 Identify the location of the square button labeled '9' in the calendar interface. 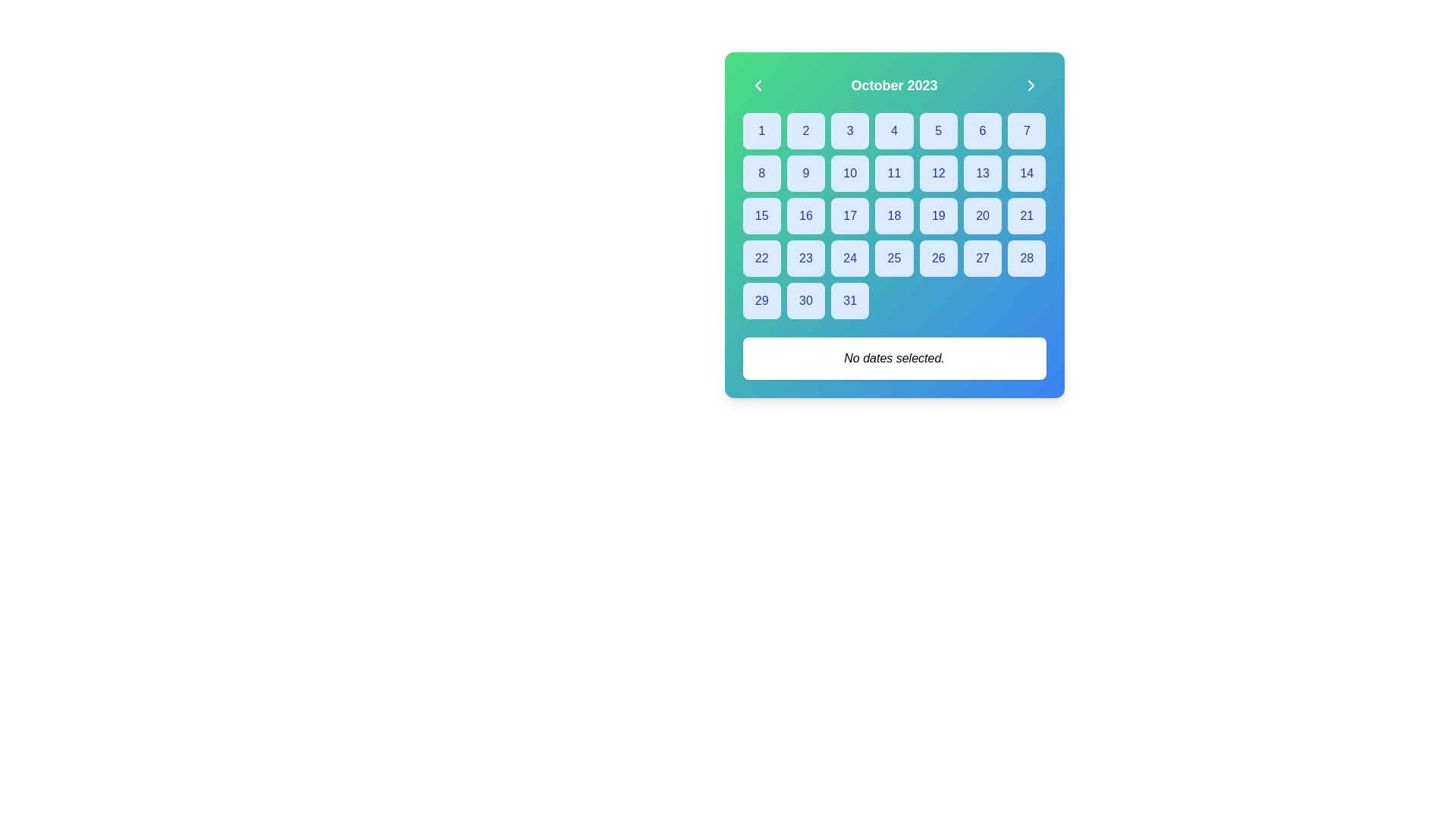
(805, 172).